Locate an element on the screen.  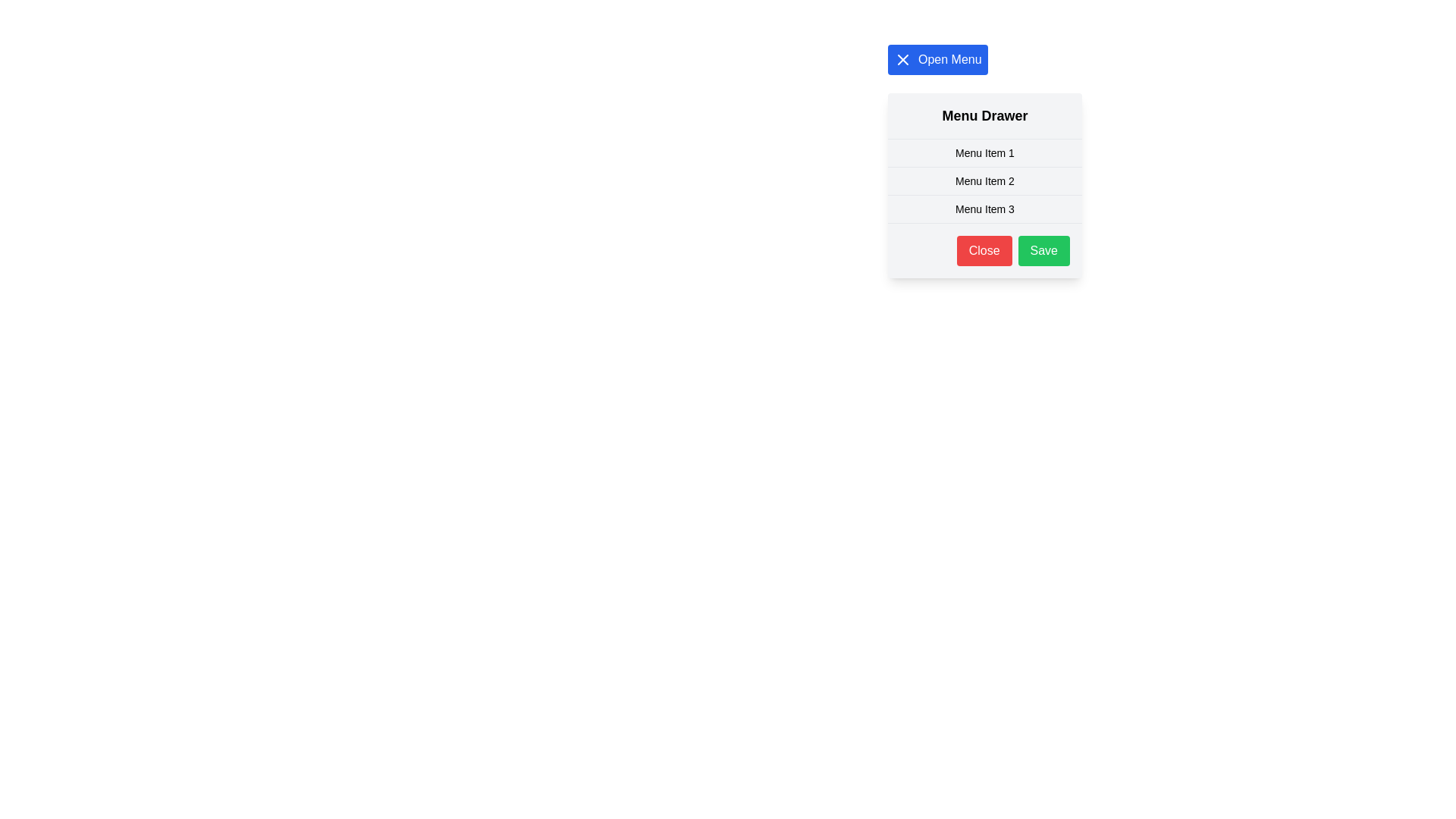
the second item in the 'Menu Drawer', which is a non-interactive Text display element located centrally between 'Menu Item 1' and 'Menu Item 3' is located at coordinates (985, 180).